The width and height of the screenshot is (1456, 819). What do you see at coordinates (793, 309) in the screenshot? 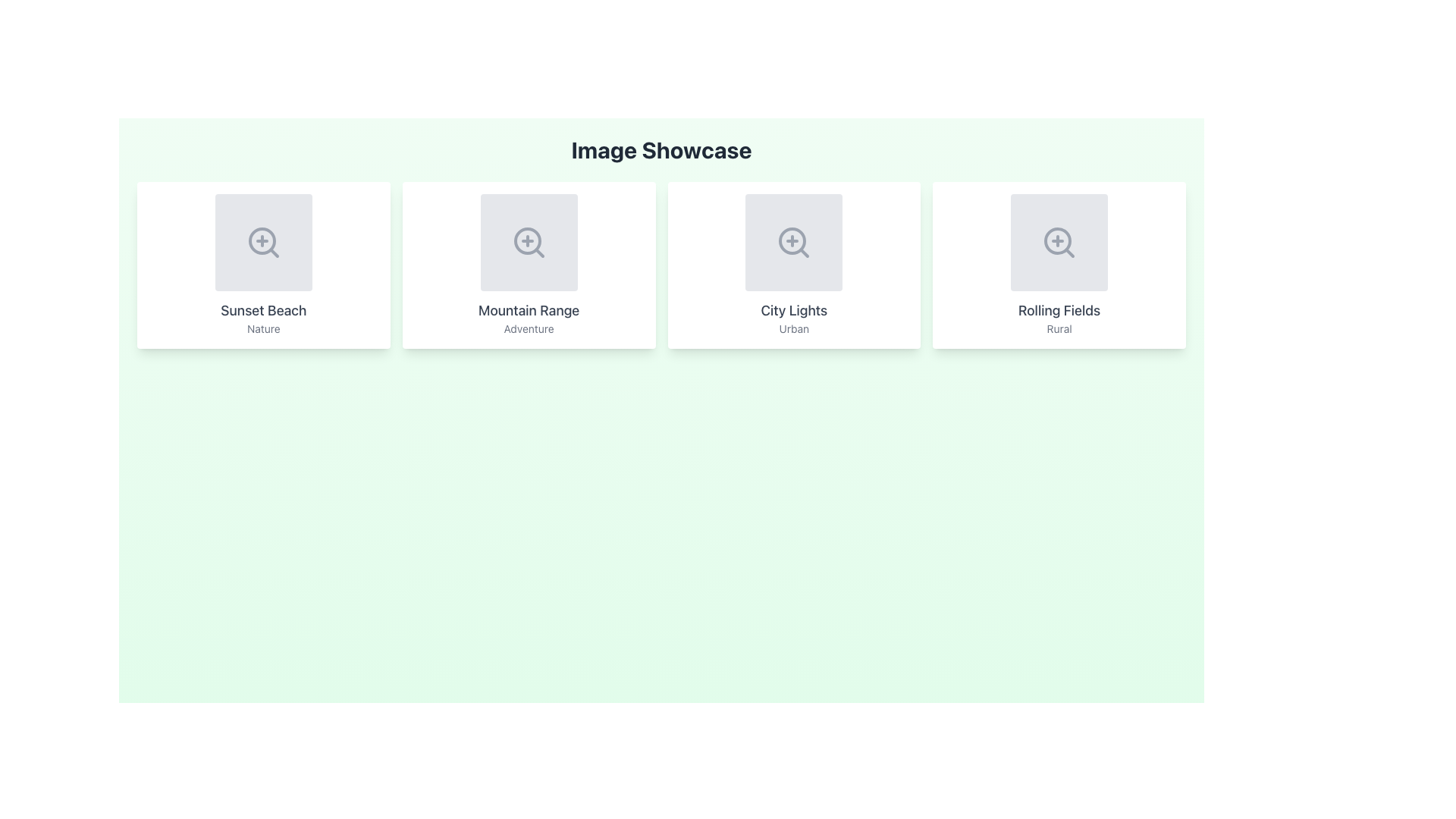
I see `the 'City Lights' text label, which is styled in medium gray and located centrally in the third box from the left, above the 'Urban' text and below an image placeholder` at bounding box center [793, 309].